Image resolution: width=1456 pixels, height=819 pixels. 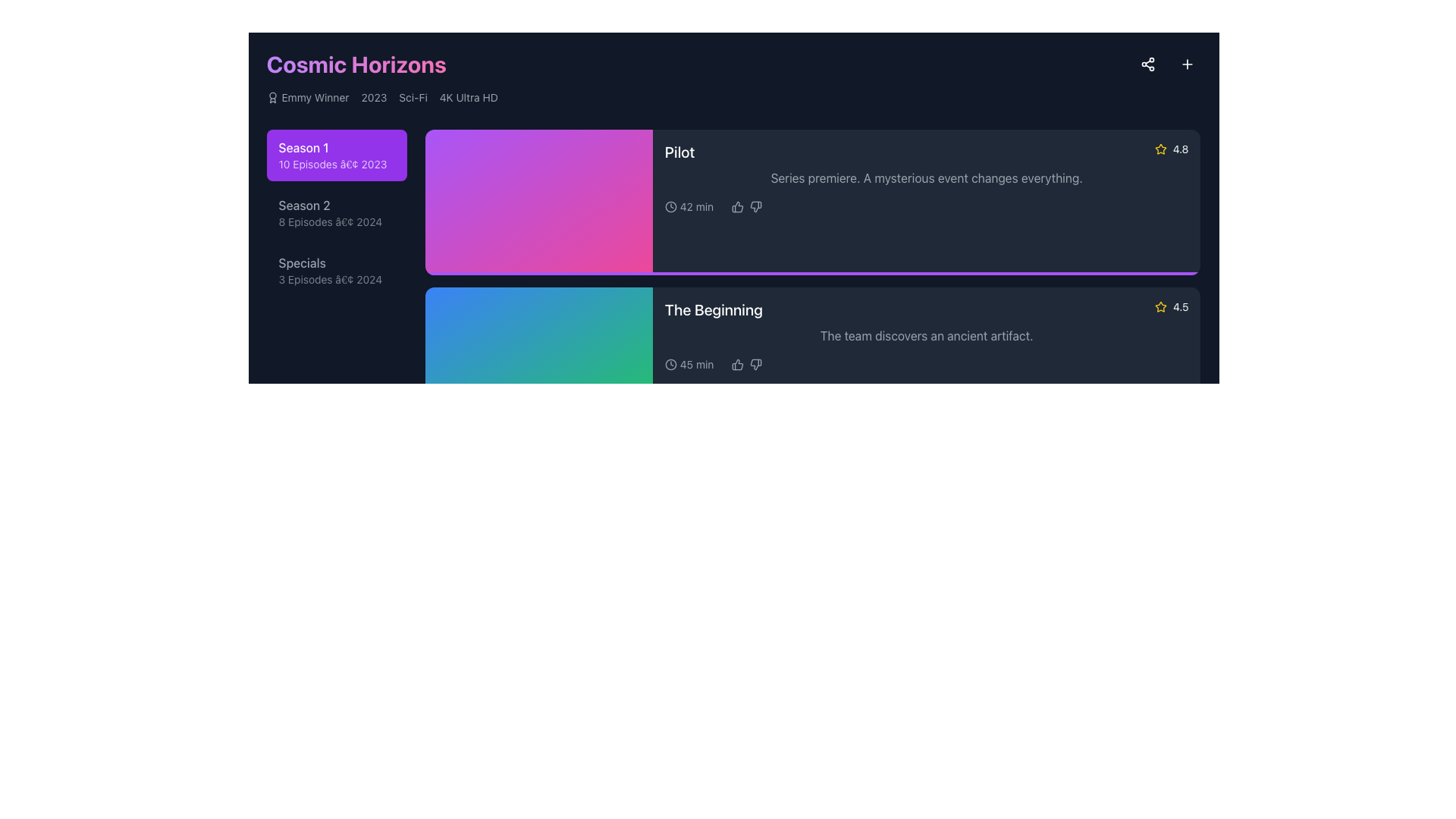 I want to click on the button that provides access to details or episodes related to the series' specials released in 2024, positioned under 'Cosmic Horizons' after 'Season 1' and 'Season 2', so click(x=336, y=270).